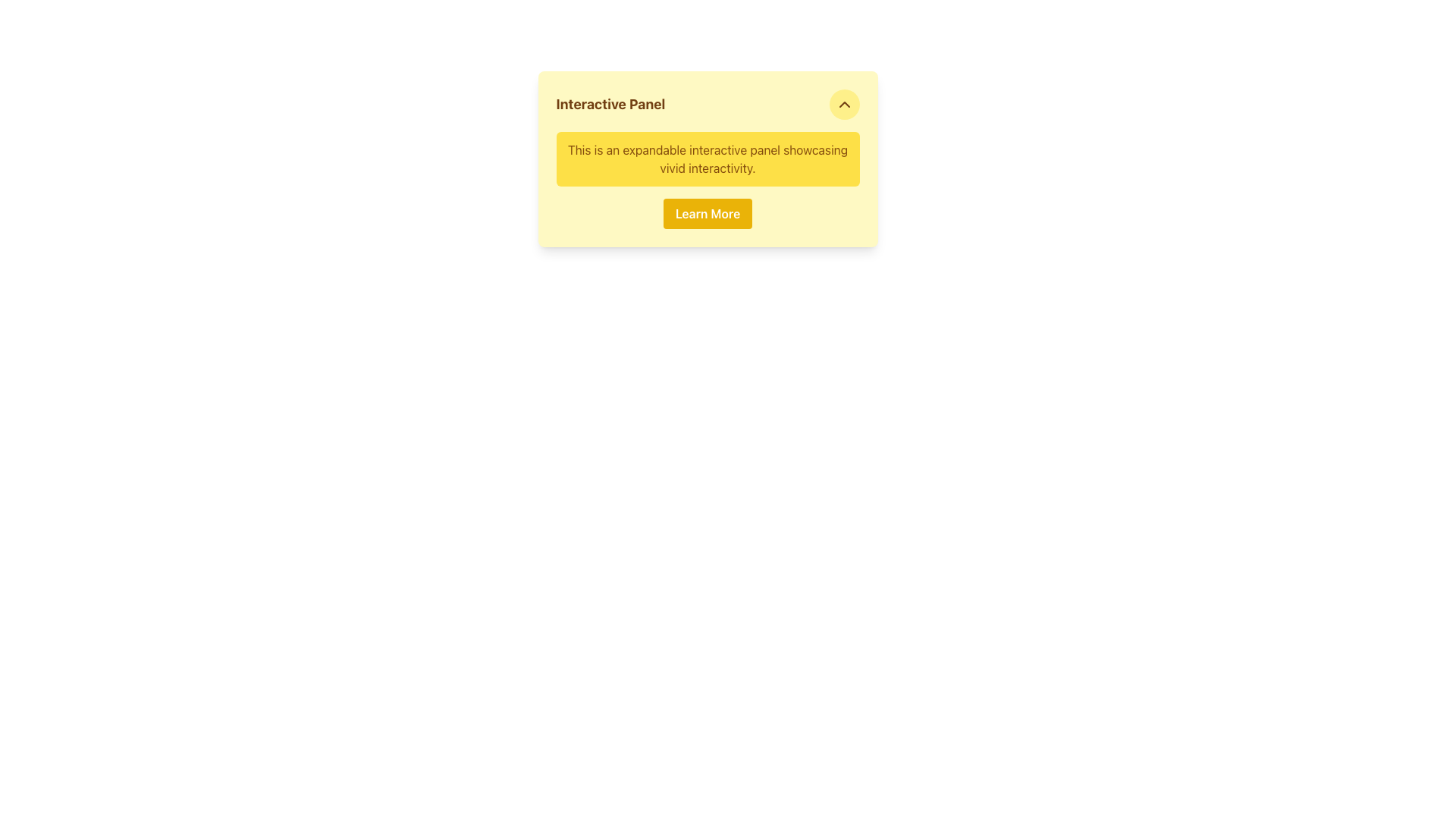  What do you see at coordinates (707, 158) in the screenshot?
I see `the informational panel located below the heading 'Interactive Panel' and above the 'Learn More' button, which provides additional context to the surrounding interface` at bounding box center [707, 158].